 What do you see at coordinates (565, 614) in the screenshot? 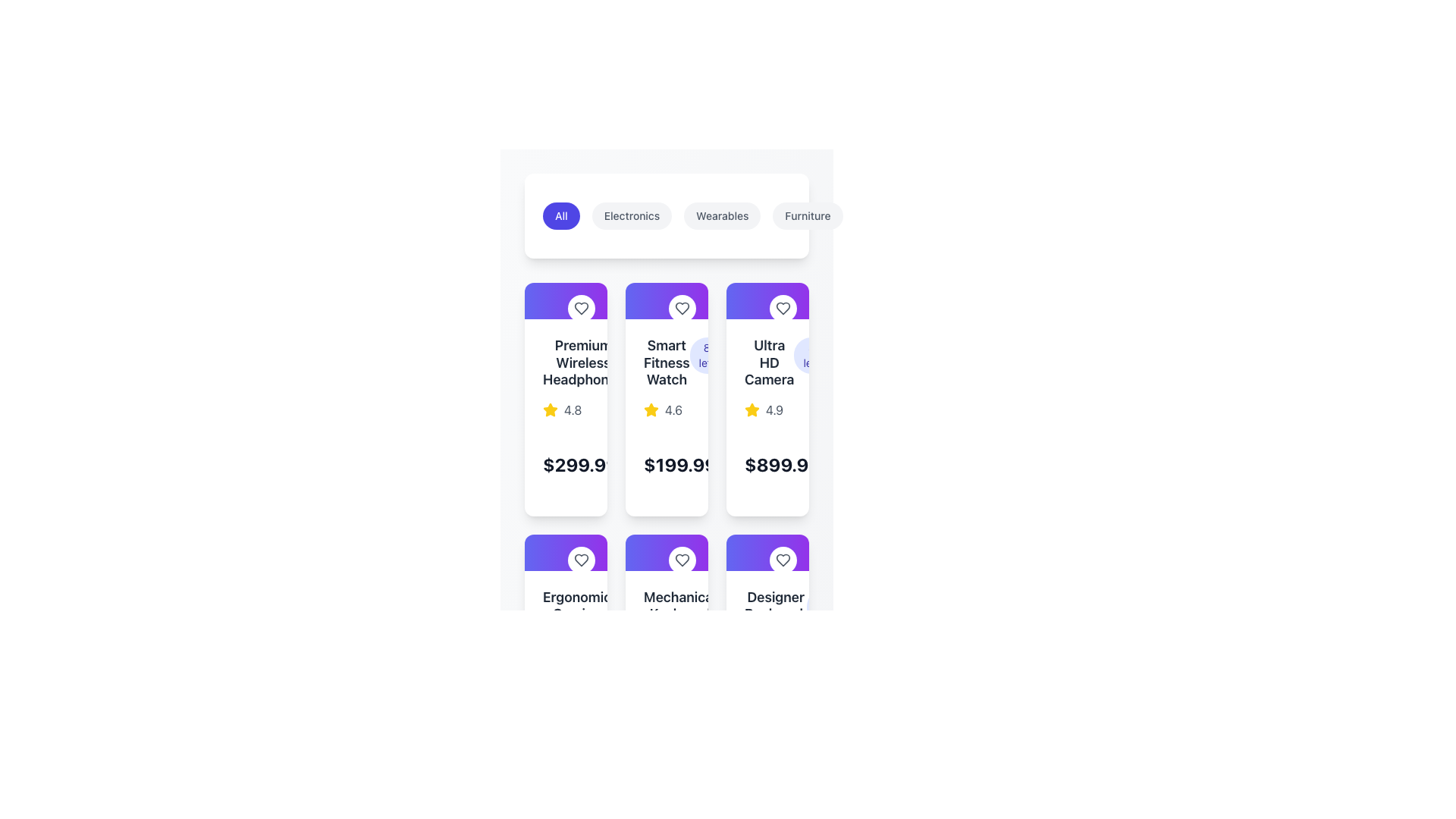
I see `text displayed at the top left of the product card that shows the product's name and availability` at bounding box center [565, 614].